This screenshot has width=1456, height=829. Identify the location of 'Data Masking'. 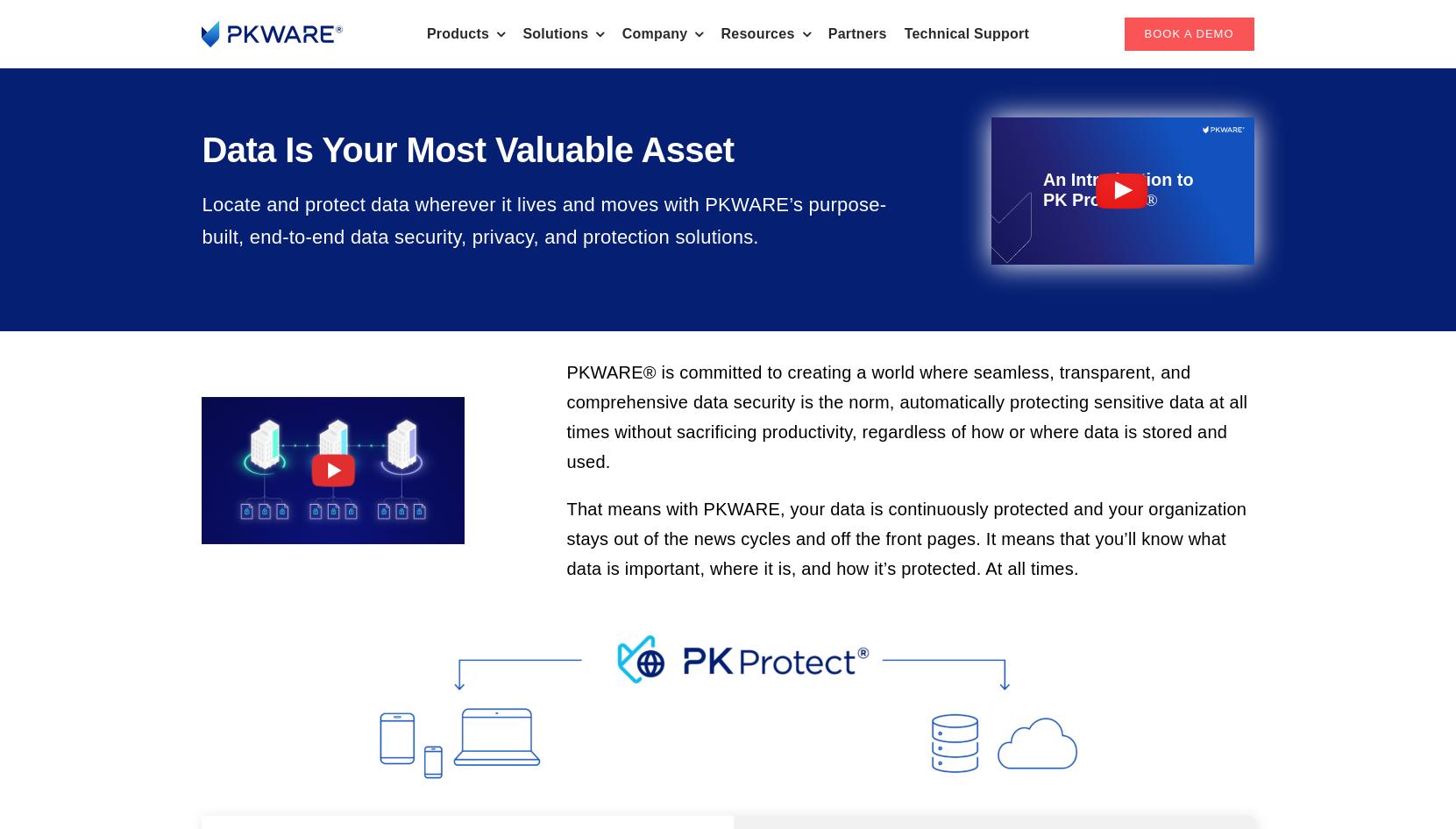
(230, 243).